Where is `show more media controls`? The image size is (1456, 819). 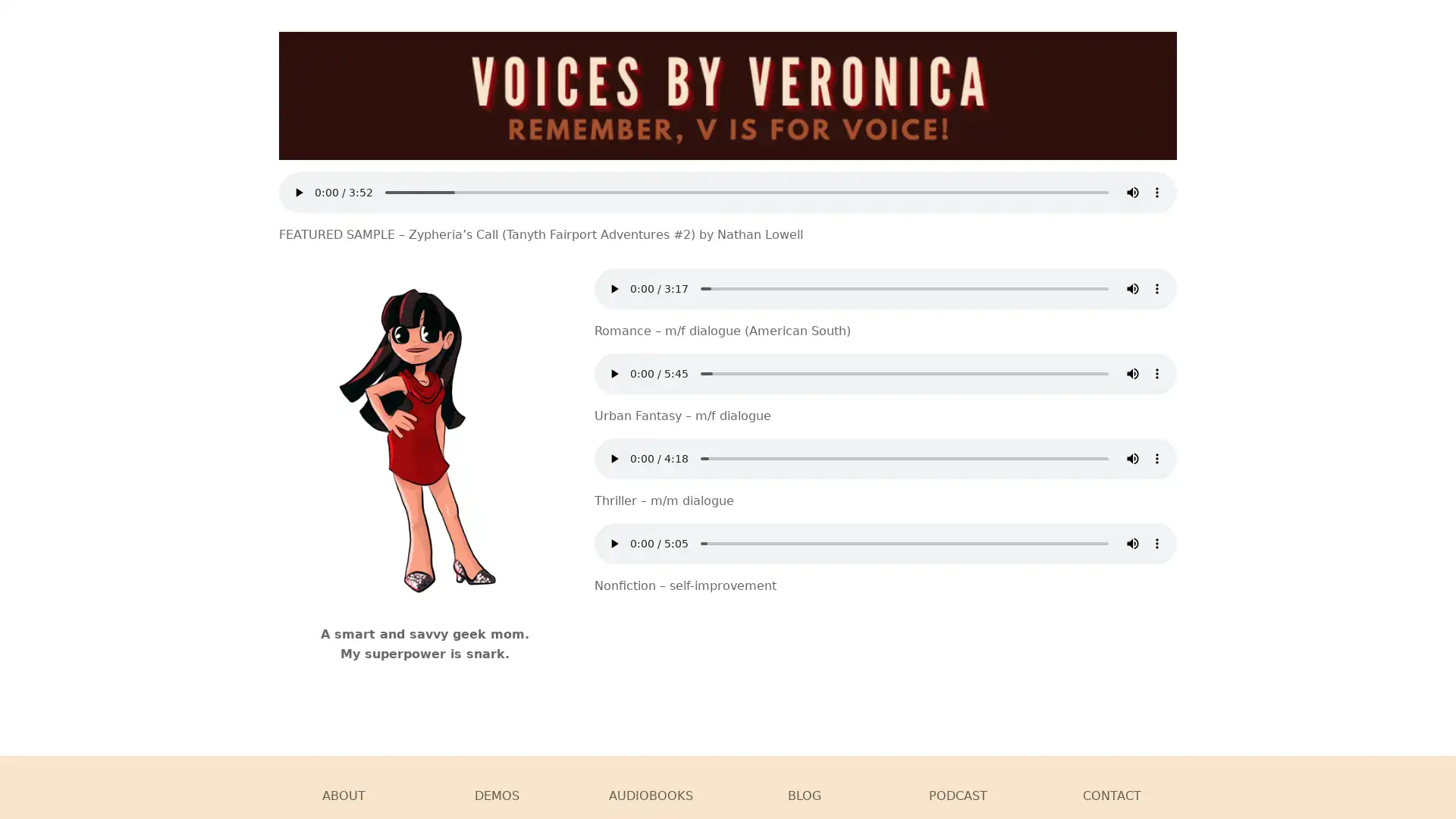
show more media controls is located at coordinates (1156, 374).